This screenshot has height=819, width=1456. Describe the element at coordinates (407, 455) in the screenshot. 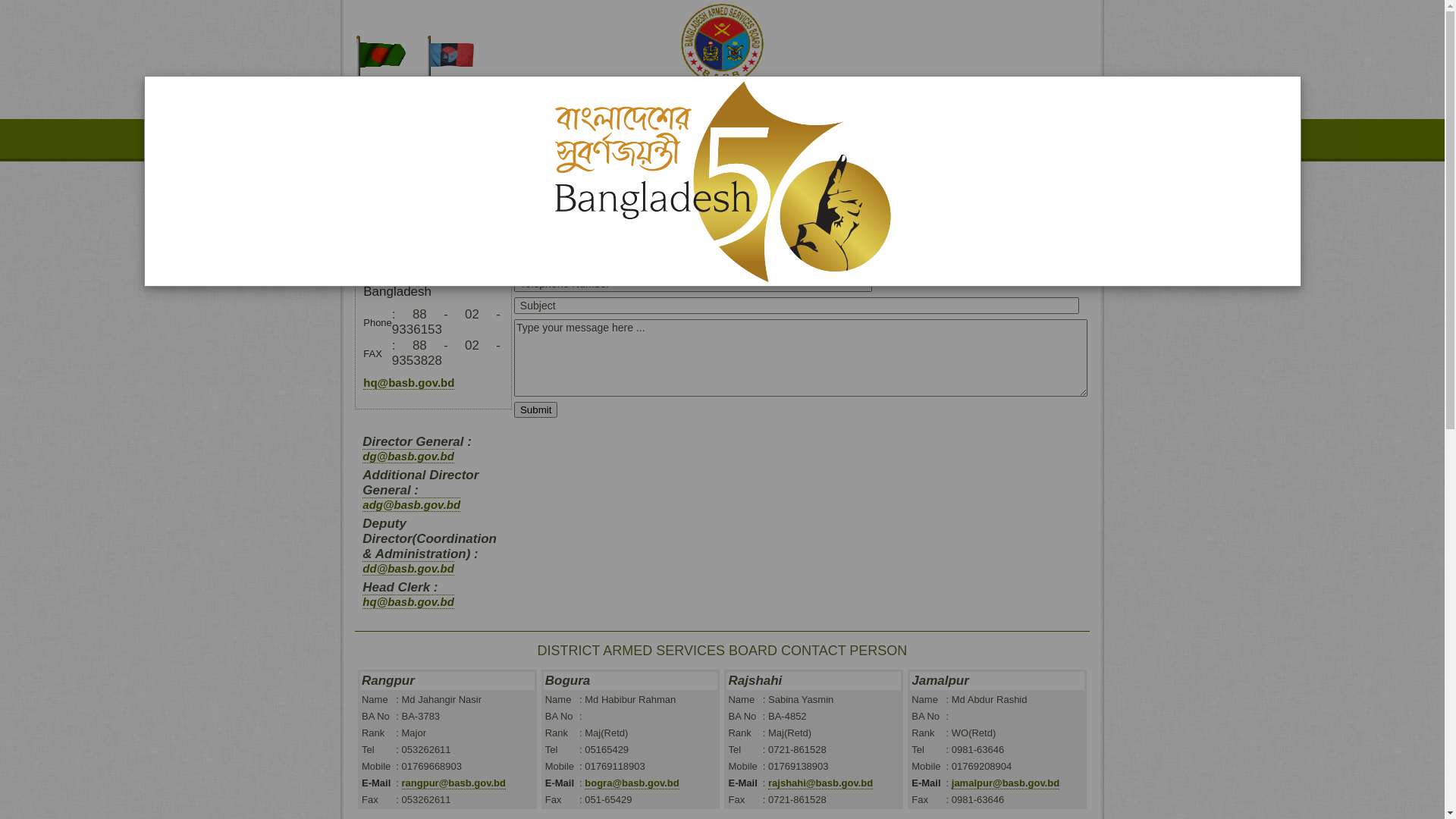

I see `'dg@basb.gov.bd'` at that location.